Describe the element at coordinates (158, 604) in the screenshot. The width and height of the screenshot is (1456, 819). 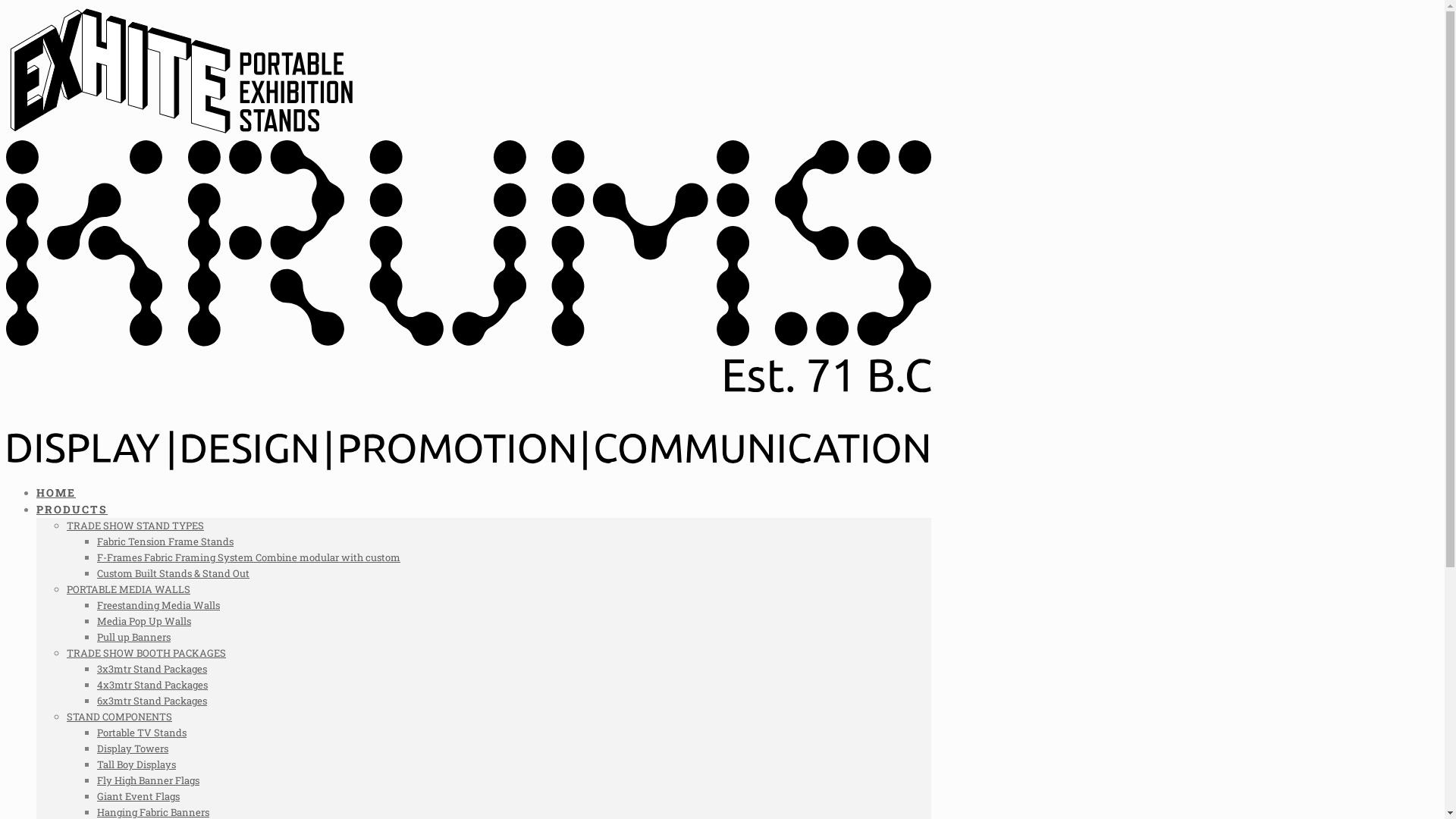
I see `'Freestanding Media Walls'` at that location.